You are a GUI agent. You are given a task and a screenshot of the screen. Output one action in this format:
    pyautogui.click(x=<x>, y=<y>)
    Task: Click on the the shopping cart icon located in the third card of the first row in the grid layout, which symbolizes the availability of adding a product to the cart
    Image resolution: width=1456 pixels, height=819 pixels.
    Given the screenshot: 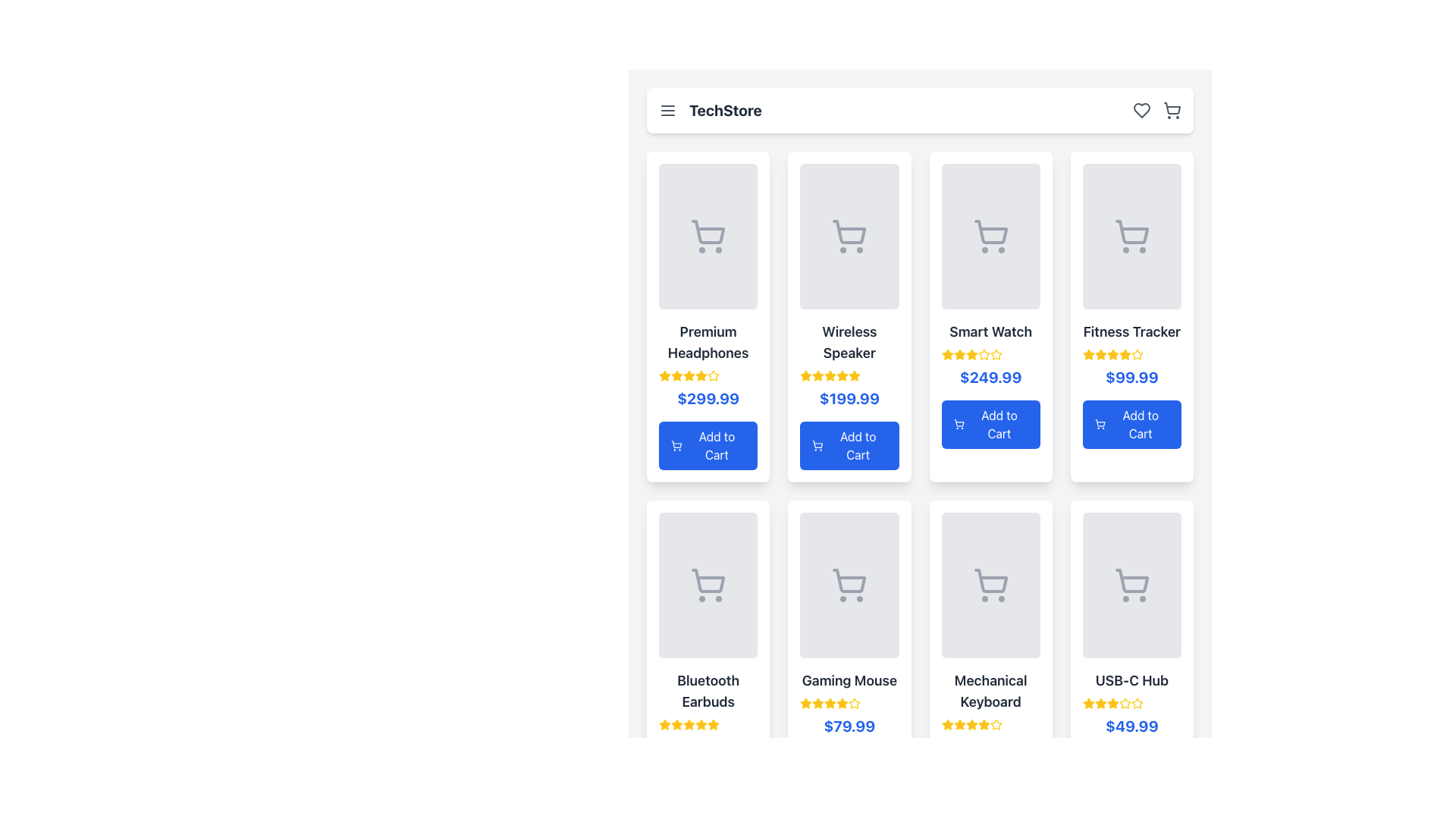 What is the action you would take?
    pyautogui.click(x=990, y=237)
    